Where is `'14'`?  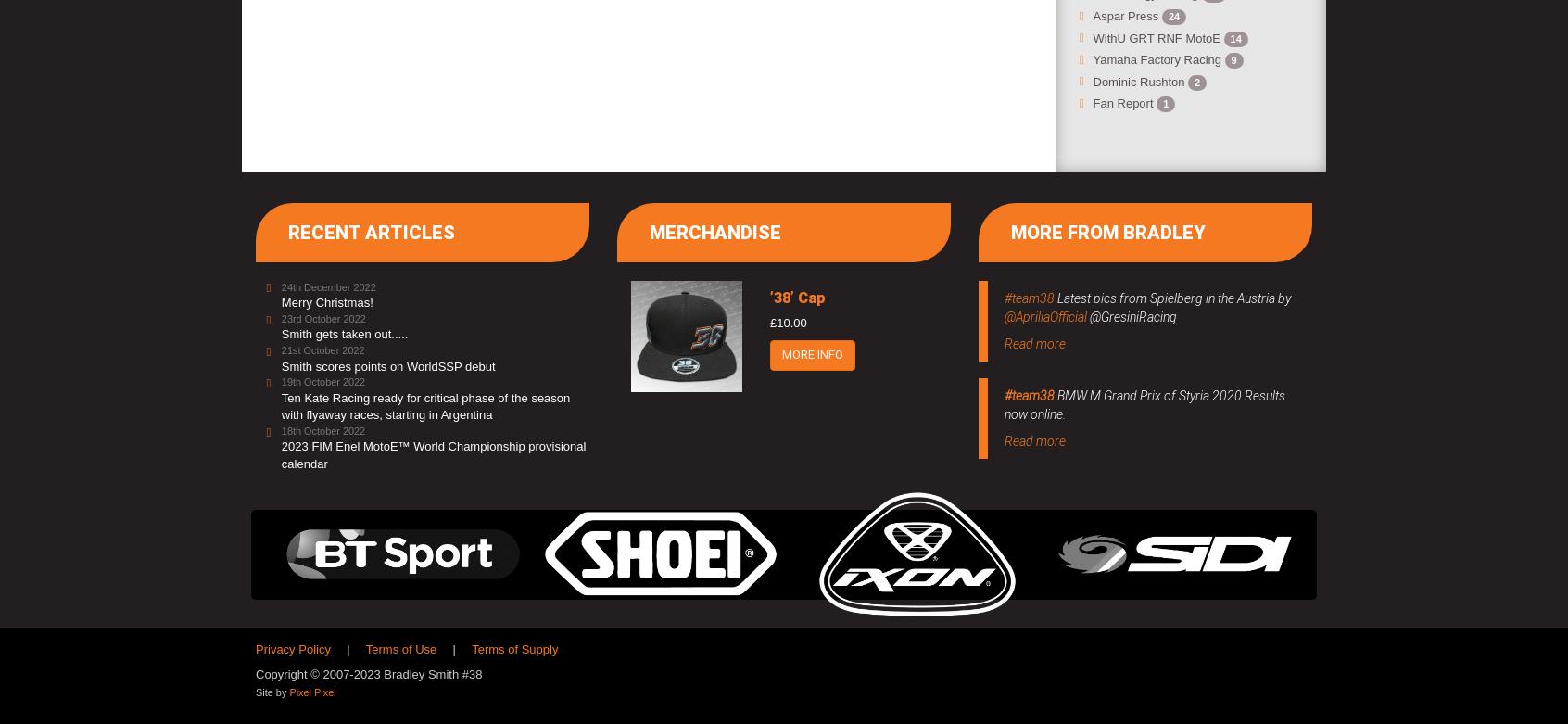
'14' is located at coordinates (1229, 38).